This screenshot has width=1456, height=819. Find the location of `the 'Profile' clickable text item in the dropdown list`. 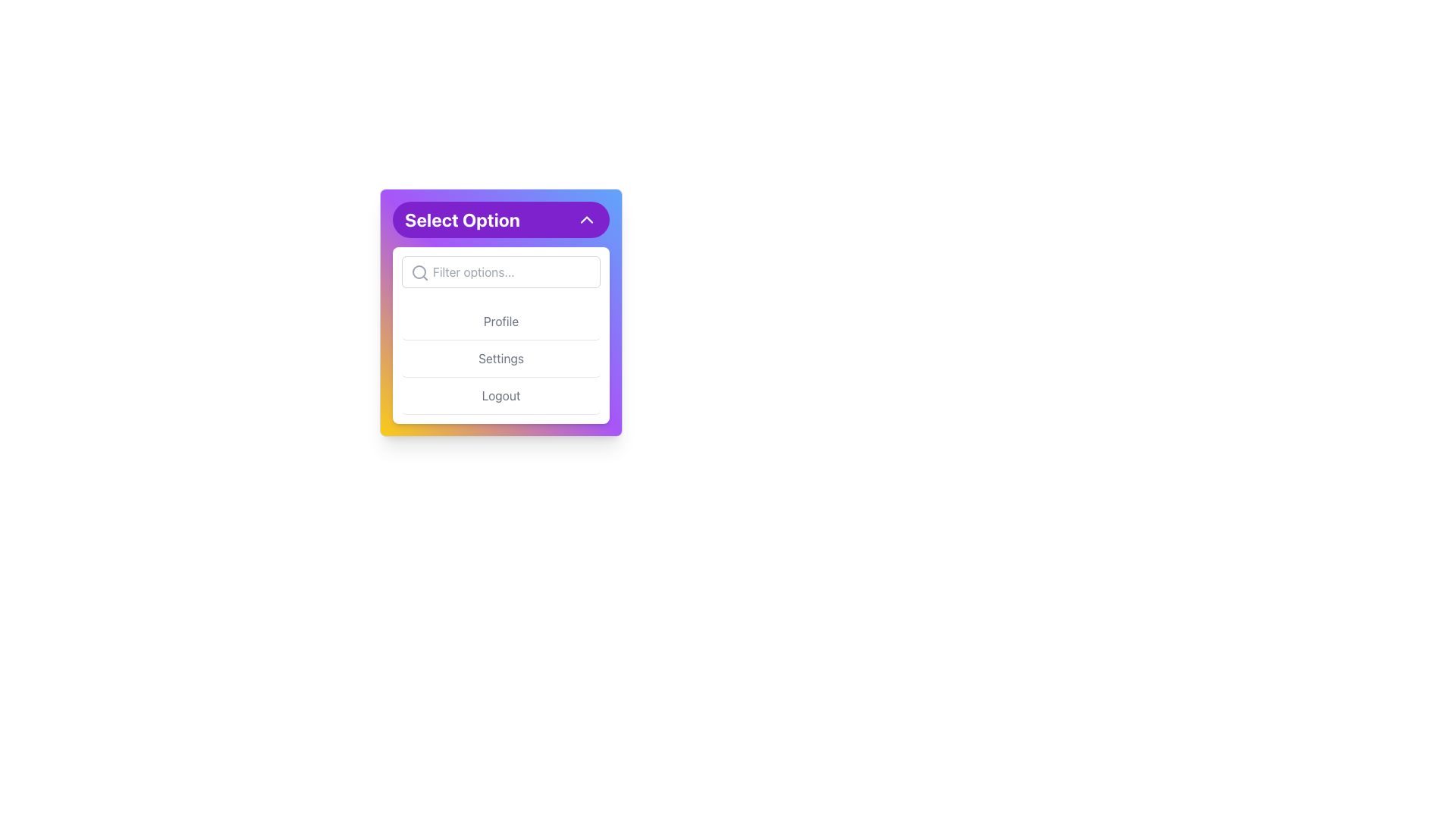

the 'Profile' clickable text item in the dropdown list is located at coordinates (501, 321).